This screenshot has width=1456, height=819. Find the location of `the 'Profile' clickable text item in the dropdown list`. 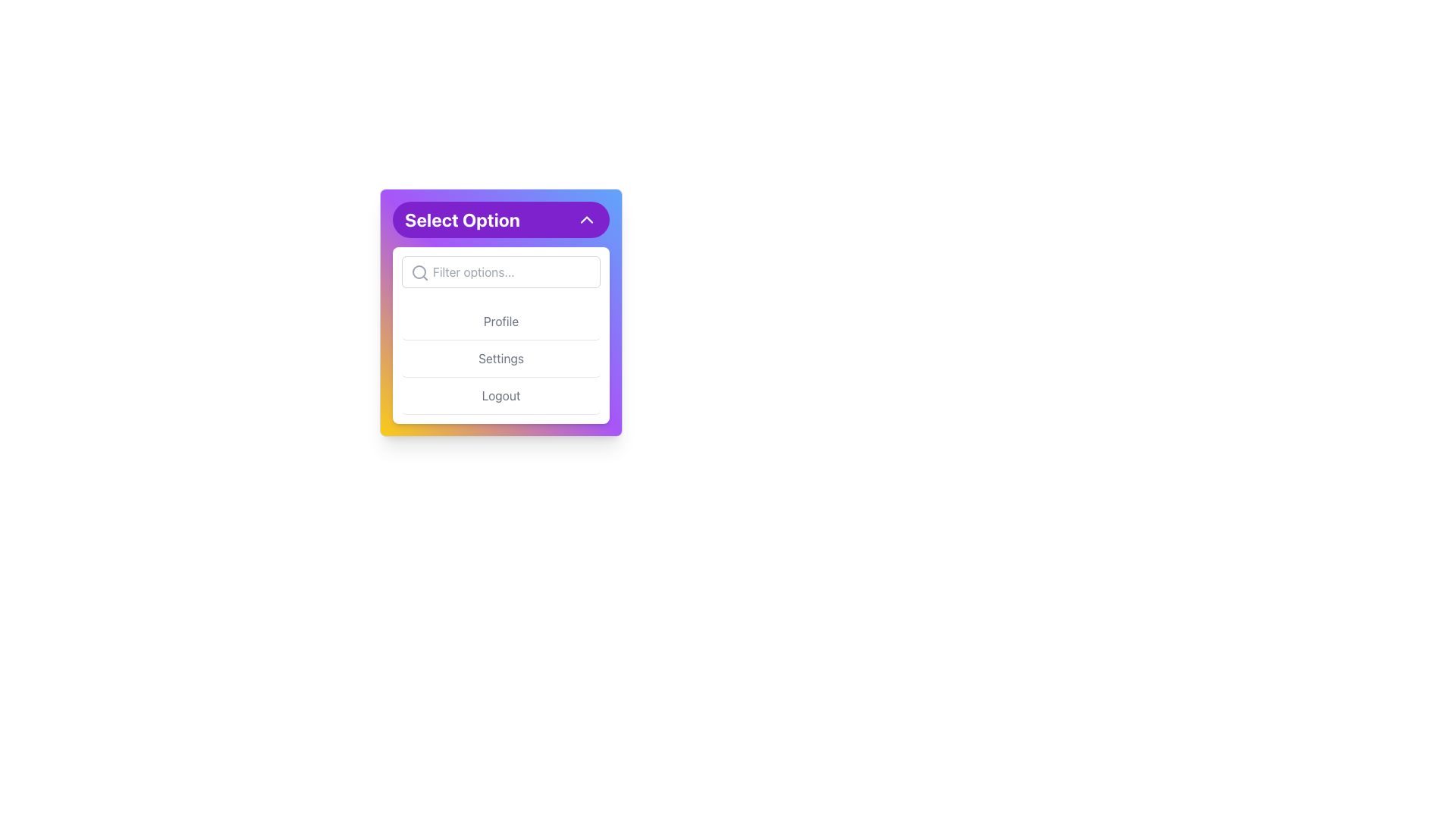

the 'Profile' clickable text item in the dropdown list is located at coordinates (501, 321).